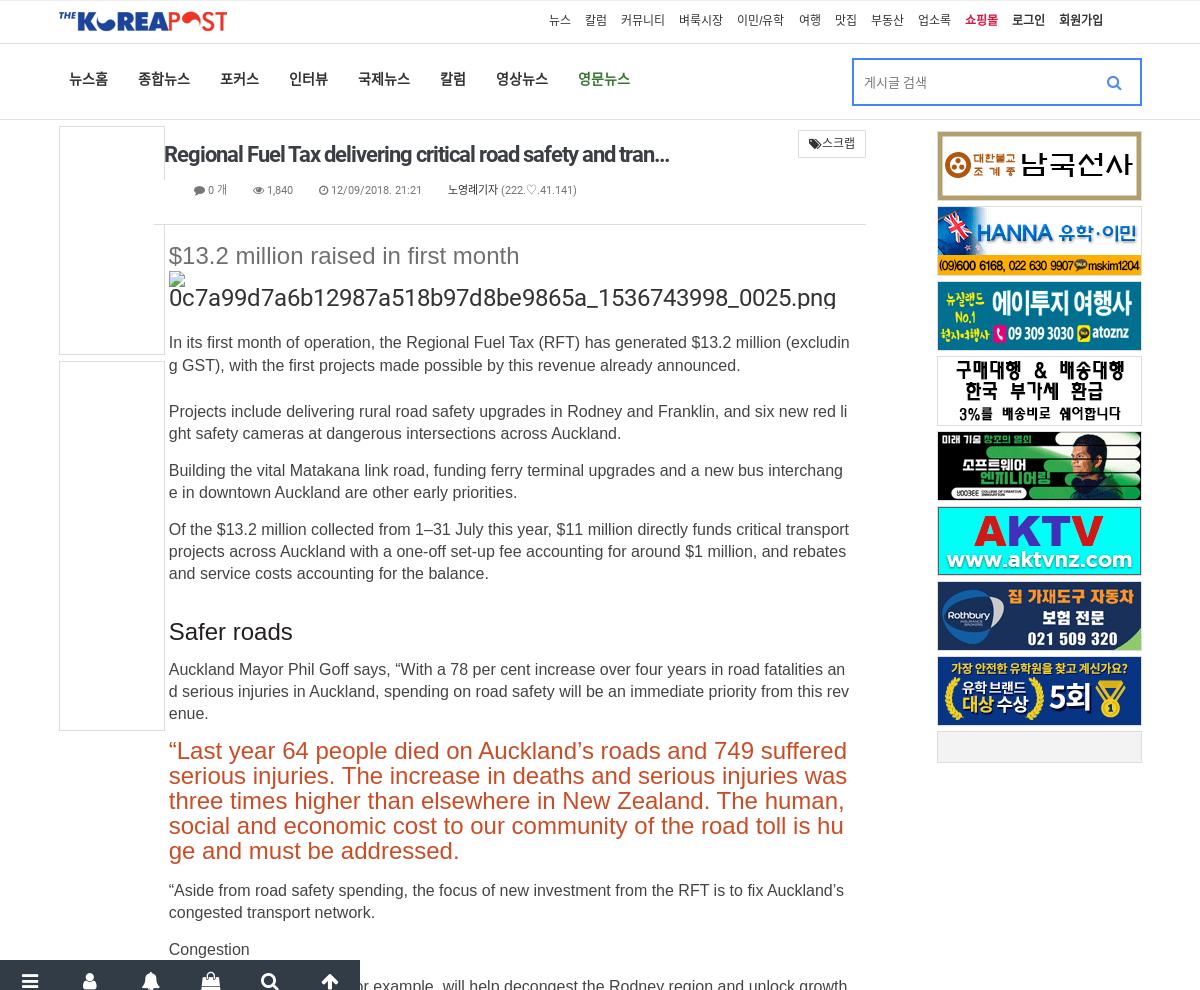 The width and height of the screenshot is (1200, 990). Describe the element at coordinates (161, 154) in the screenshot. I see `'Regional Fuel Tax delivering critical road safety and transport projec…'` at that location.